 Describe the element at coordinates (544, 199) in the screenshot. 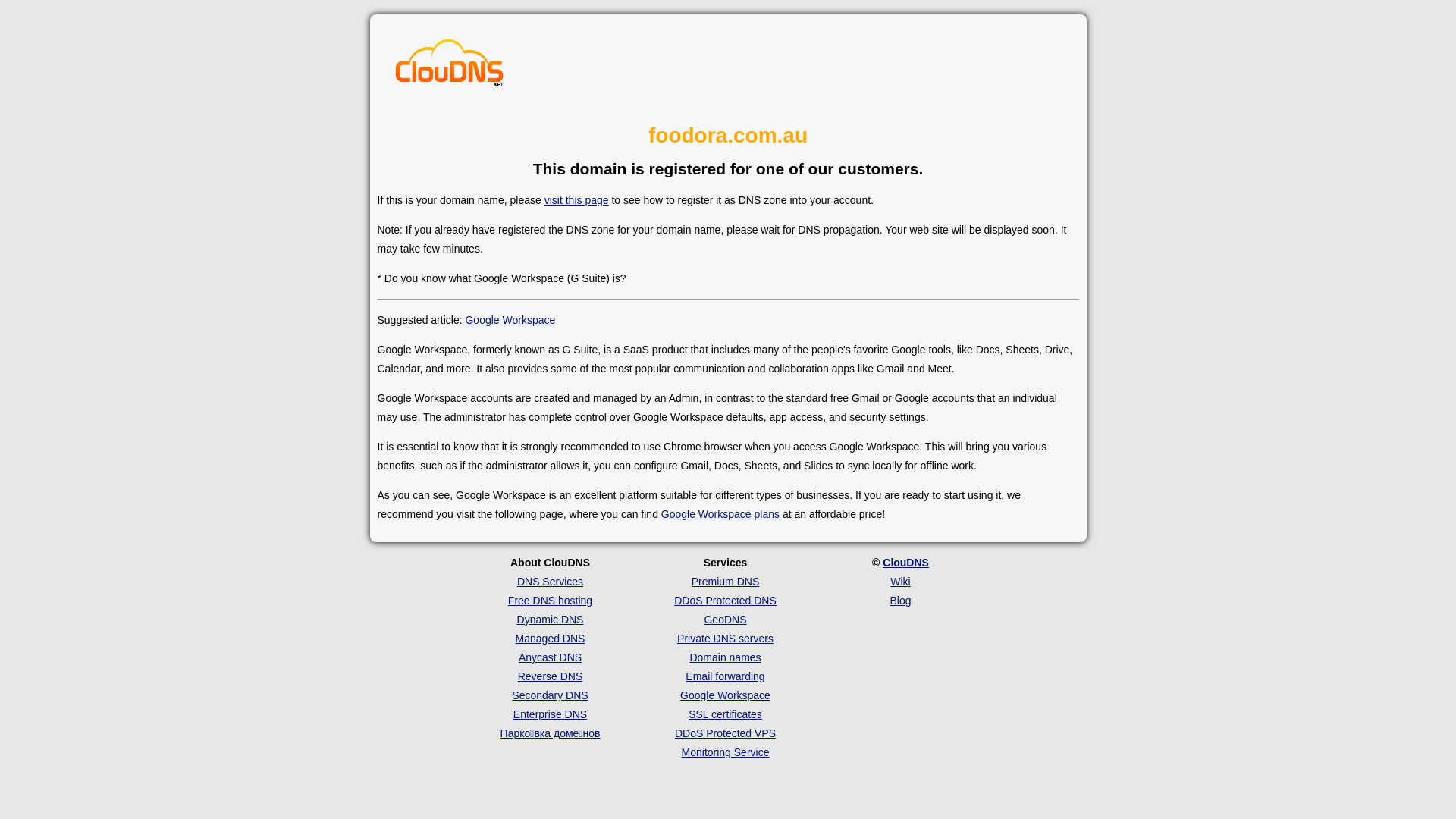

I see `'visit this page'` at that location.